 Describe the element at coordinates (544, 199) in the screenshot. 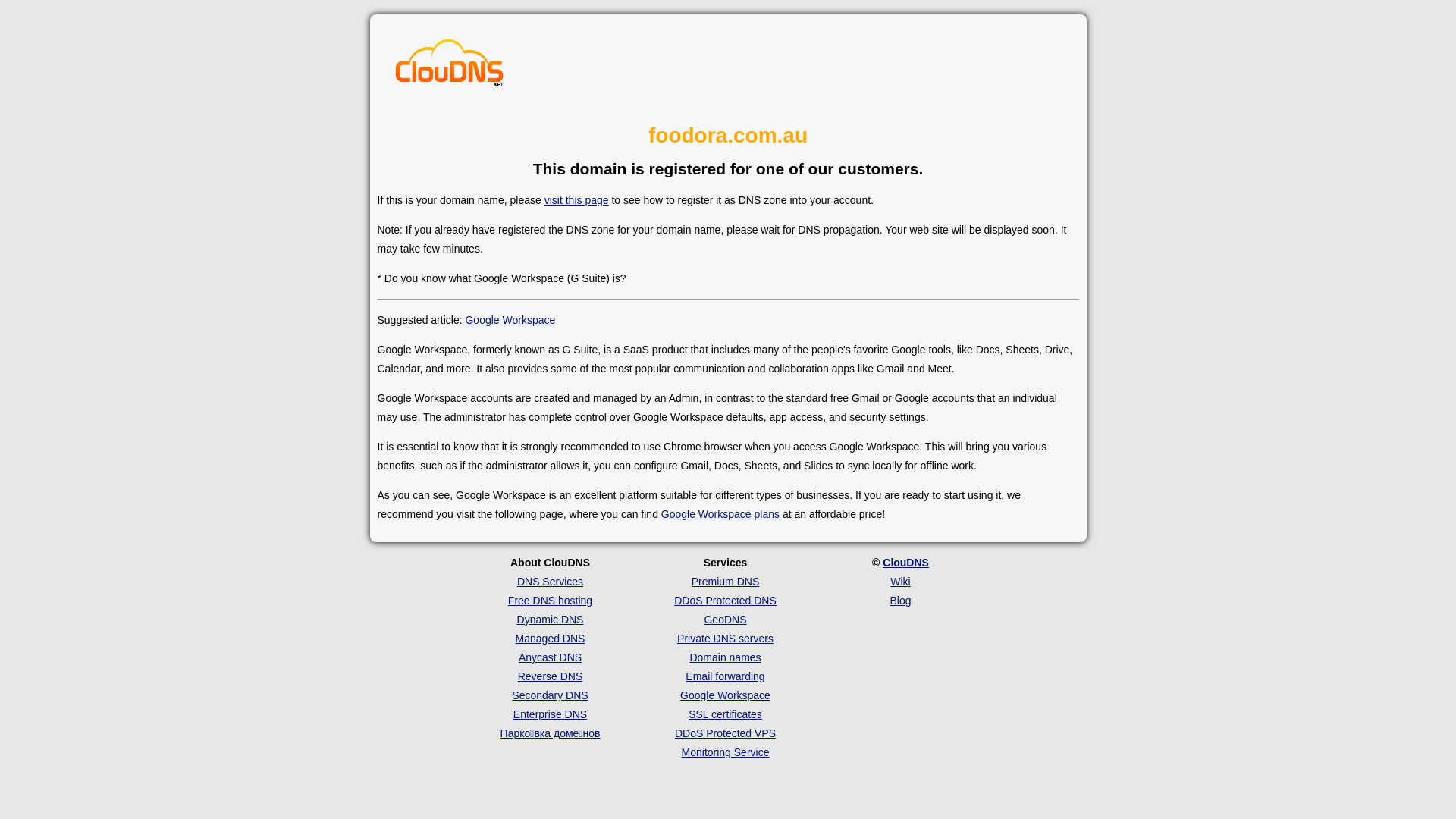

I see `'visit this page'` at that location.